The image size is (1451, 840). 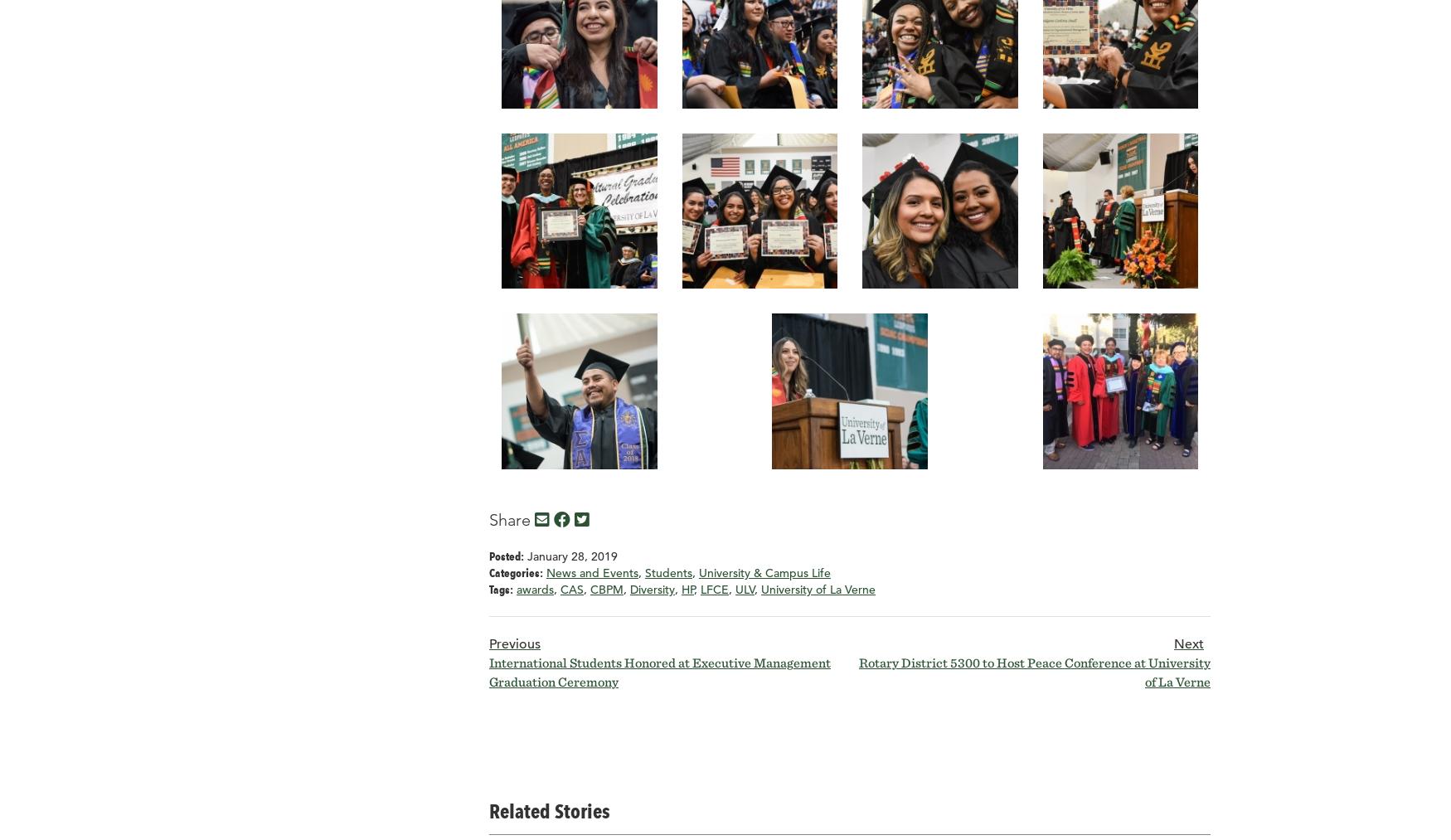 What do you see at coordinates (818, 590) in the screenshot?
I see `'University of La Verne'` at bounding box center [818, 590].